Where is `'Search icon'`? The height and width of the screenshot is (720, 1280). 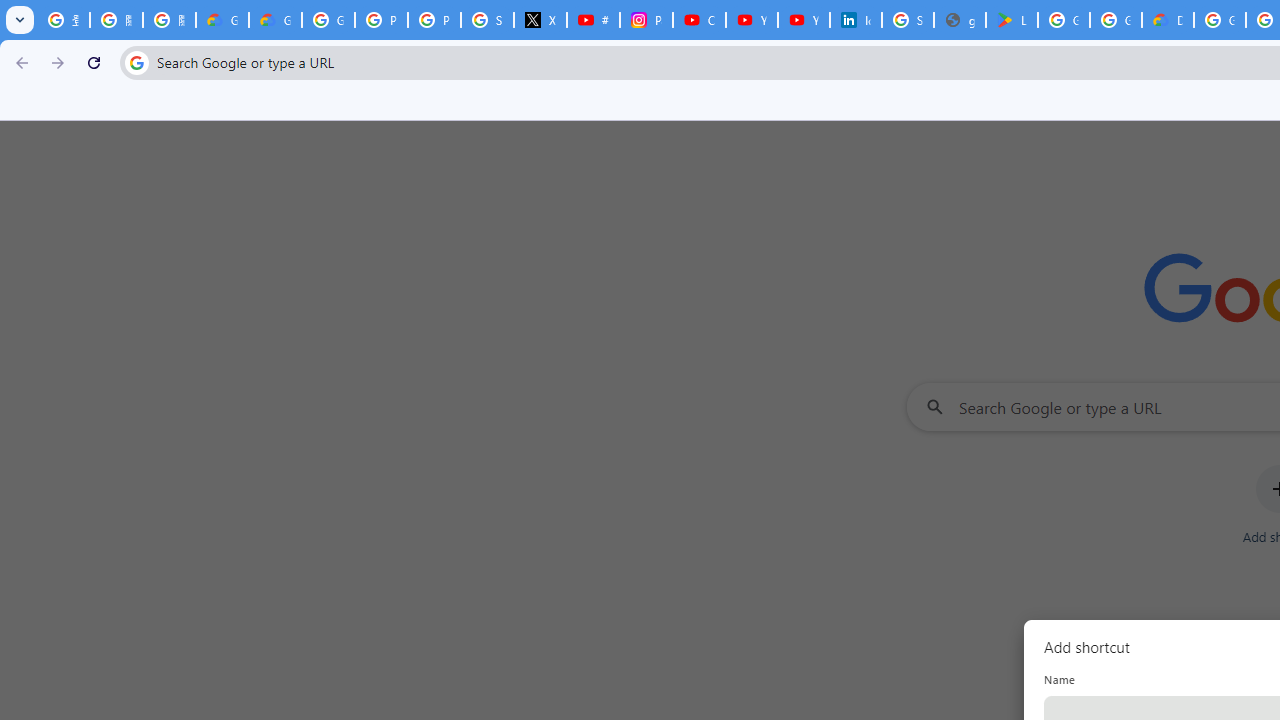 'Search icon' is located at coordinates (135, 61).